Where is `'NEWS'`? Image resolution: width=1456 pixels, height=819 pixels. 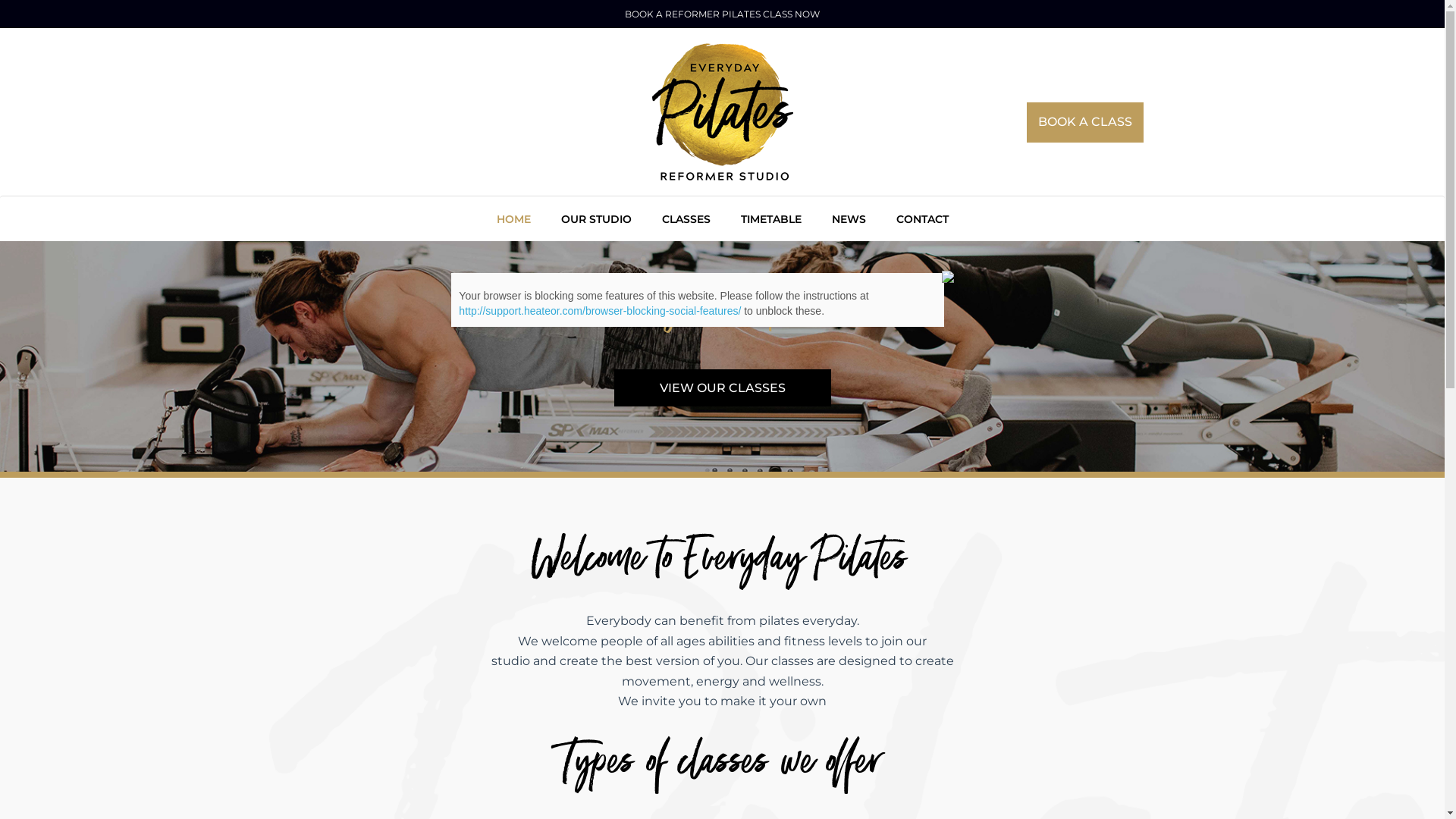
'NEWS' is located at coordinates (847, 216).